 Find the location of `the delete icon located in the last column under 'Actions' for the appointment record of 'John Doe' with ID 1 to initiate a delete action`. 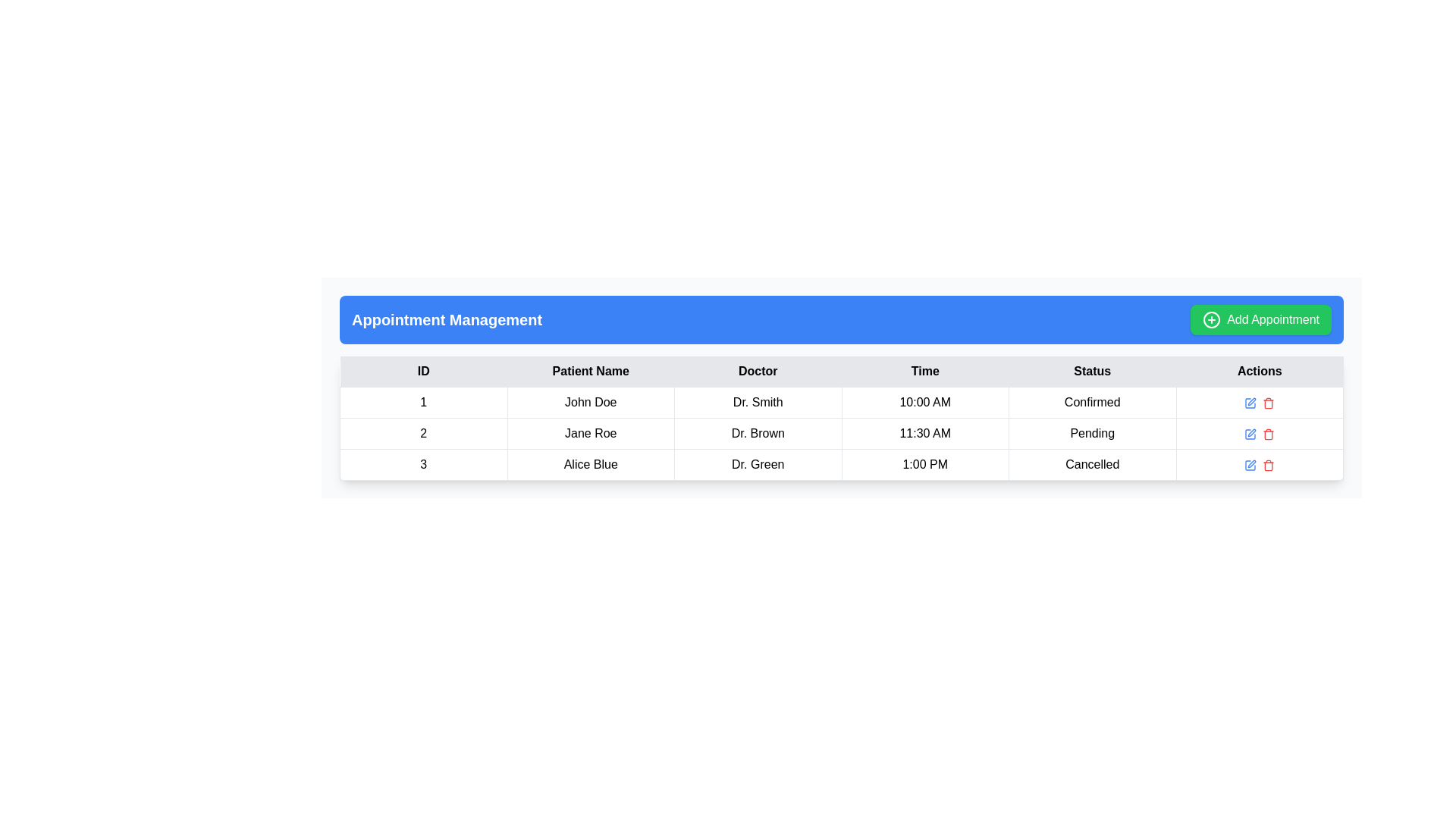

the delete icon located in the last column under 'Actions' for the appointment record of 'John Doe' with ID 1 to initiate a delete action is located at coordinates (1269, 402).